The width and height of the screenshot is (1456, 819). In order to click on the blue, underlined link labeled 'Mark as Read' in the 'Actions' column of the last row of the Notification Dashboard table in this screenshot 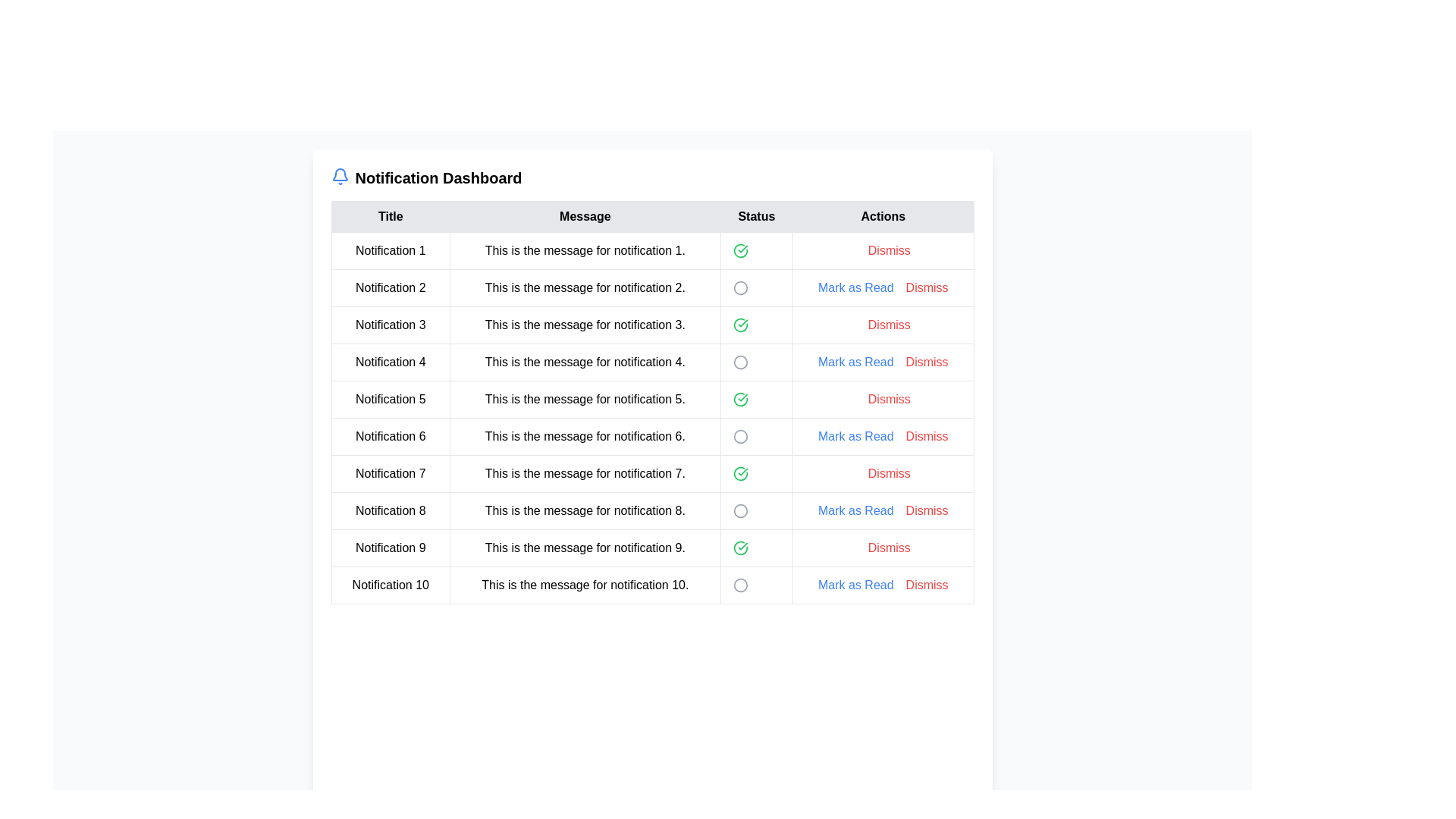, I will do `click(855, 584)`.